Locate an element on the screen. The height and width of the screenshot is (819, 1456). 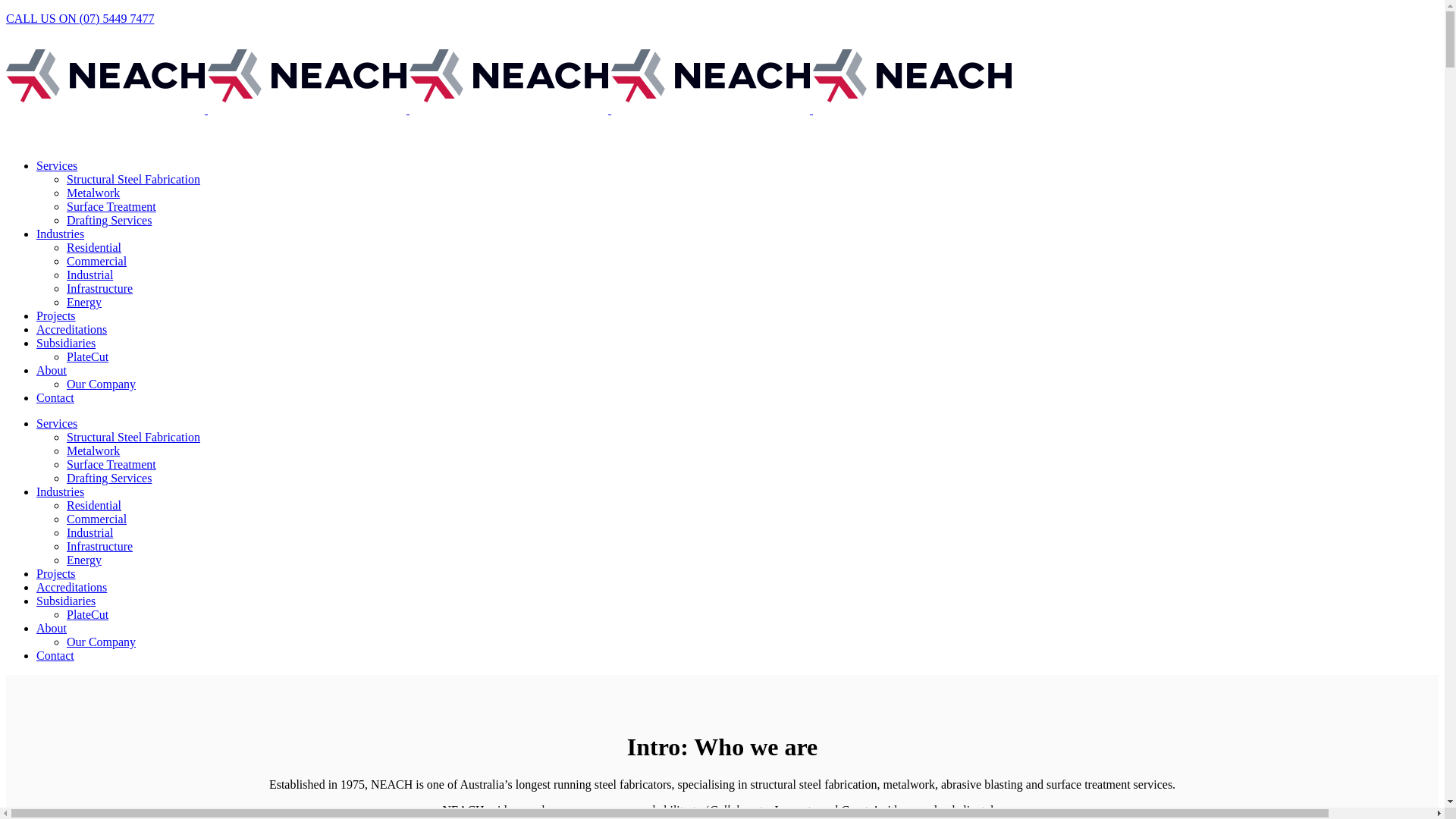
'Our Company' is located at coordinates (100, 642).